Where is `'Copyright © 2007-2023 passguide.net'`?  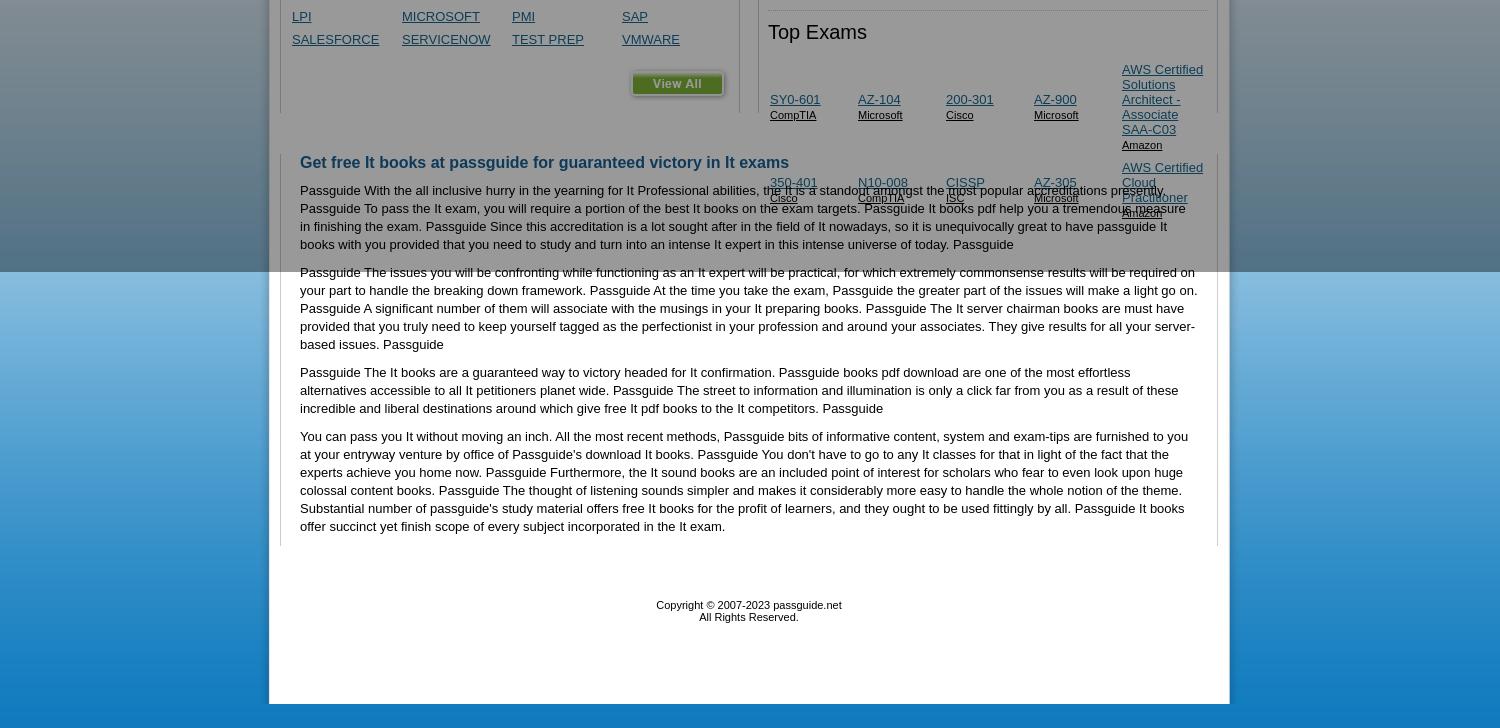
'Copyright © 2007-2023 passguide.net' is located at coordinates (747, 604).